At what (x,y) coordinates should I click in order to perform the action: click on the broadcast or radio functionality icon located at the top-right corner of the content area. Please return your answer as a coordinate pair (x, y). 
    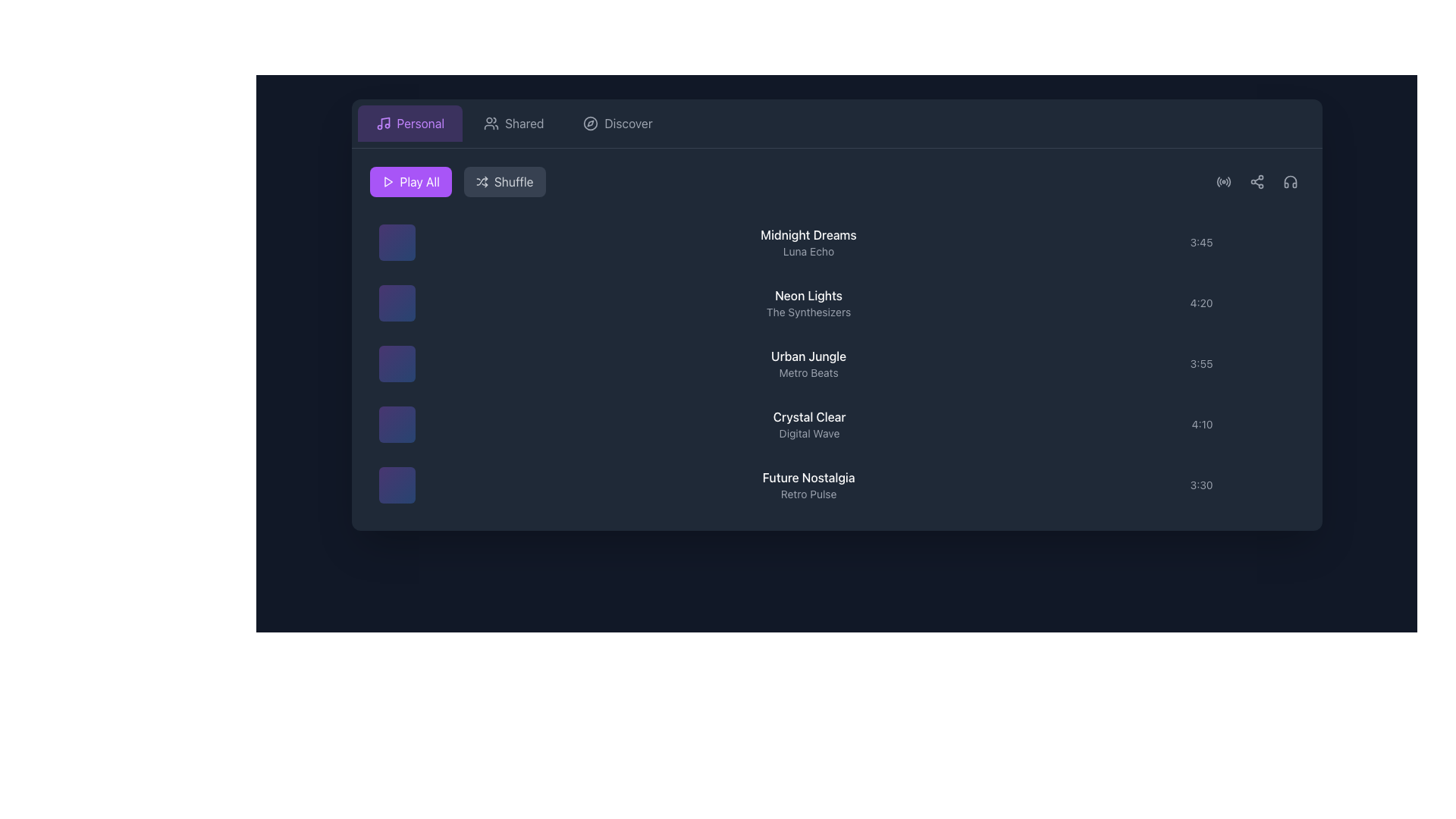
    Looking at the image, I should click on (1223, 180).